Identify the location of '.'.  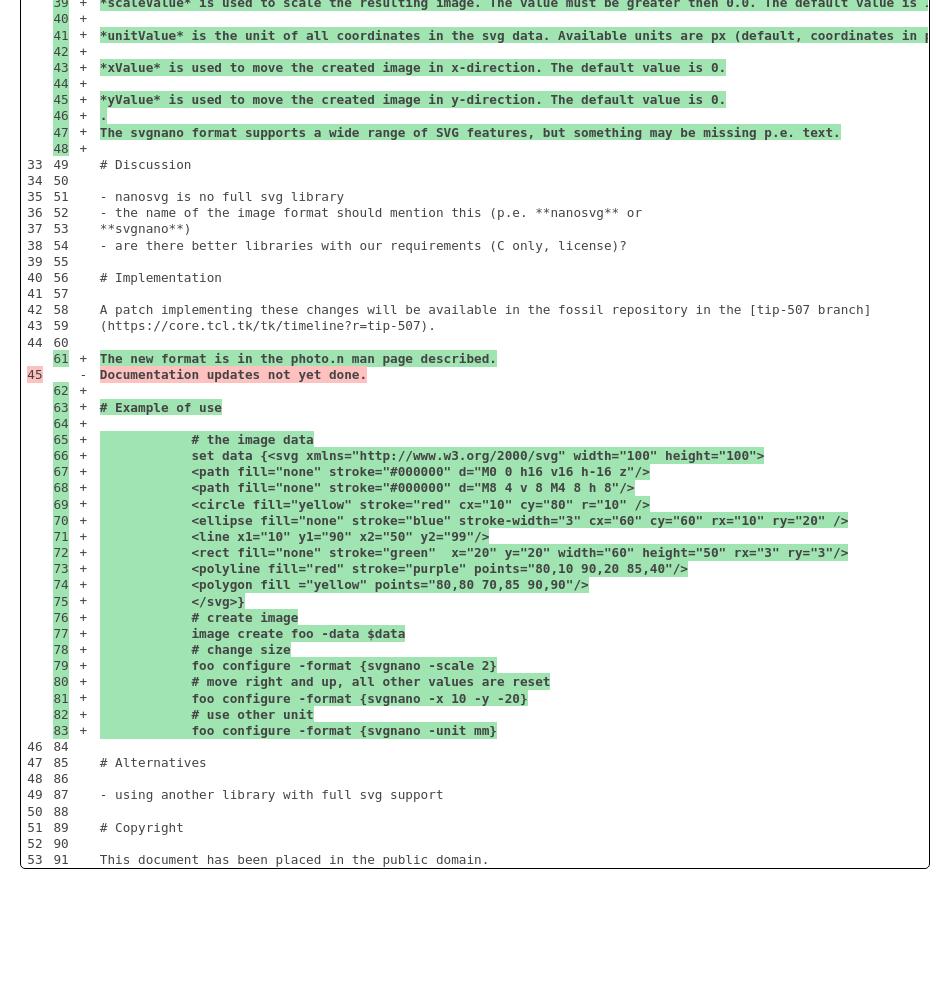
(102, 114).